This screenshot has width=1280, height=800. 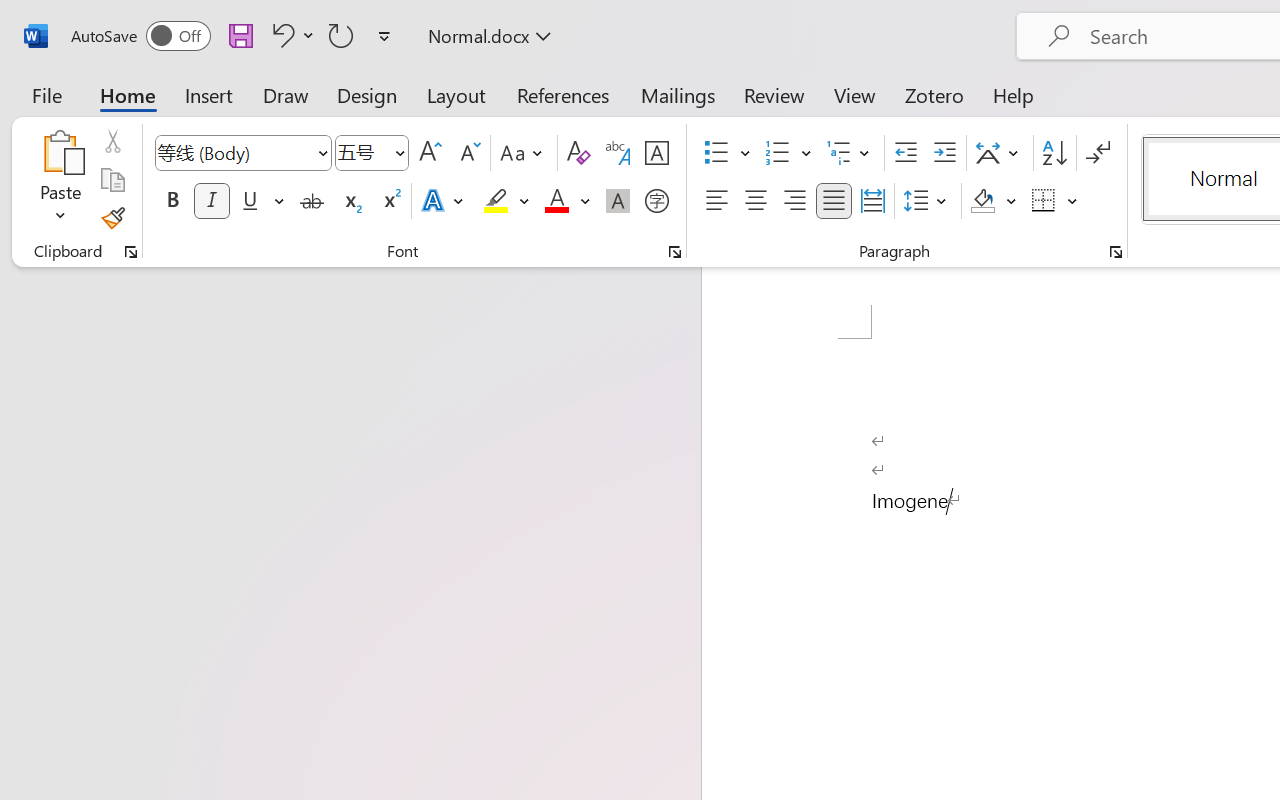 I want to click on 'Asian Layout', so click(x=1000, y=153).